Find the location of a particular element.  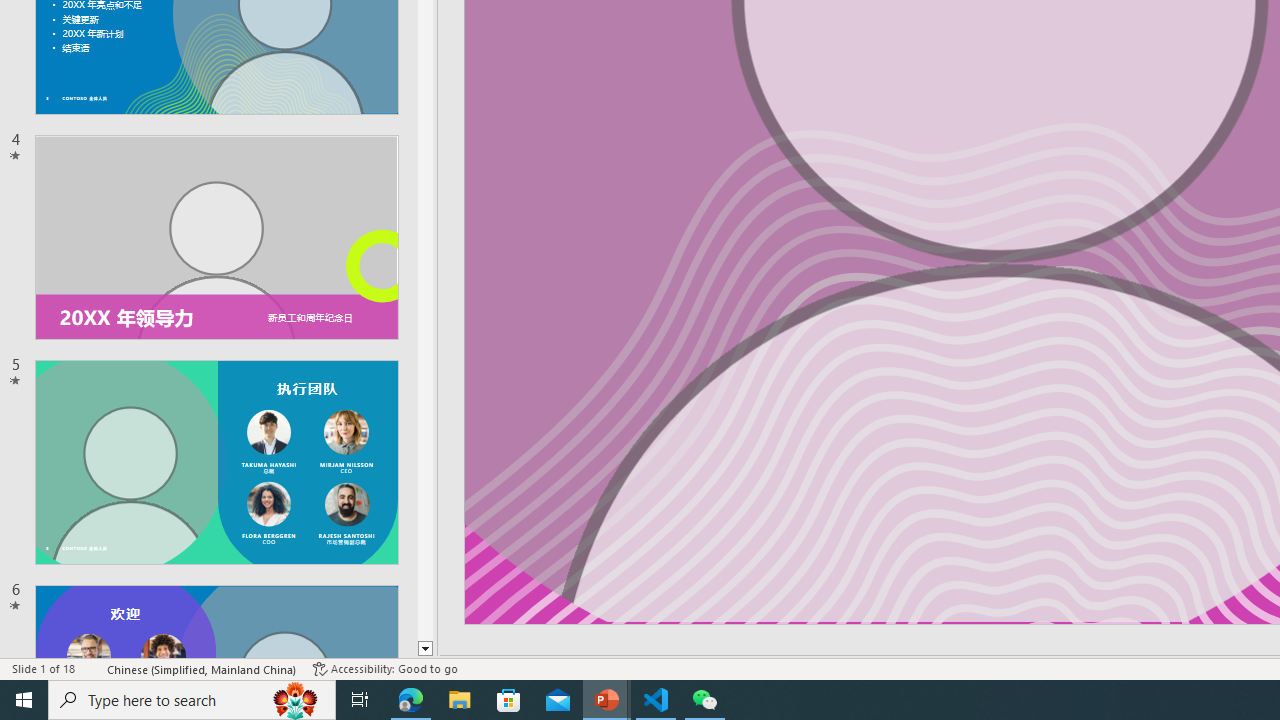

'Spell Check ' is located at coordinates (91, 669).